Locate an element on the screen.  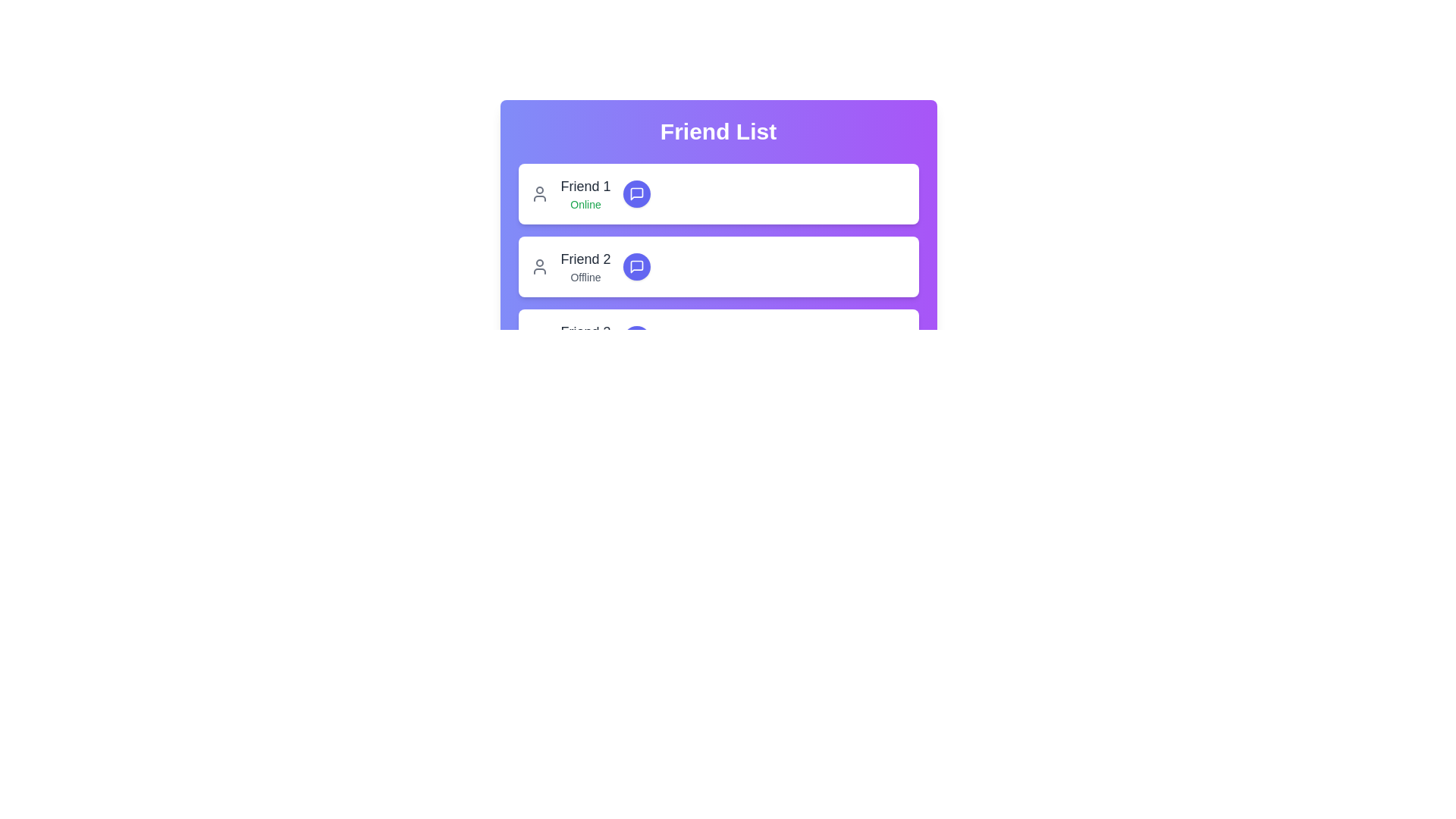
the button labeled 'Friend 1' that initiates a chat interface for accessibility usage is located at coordinates (636, 193).